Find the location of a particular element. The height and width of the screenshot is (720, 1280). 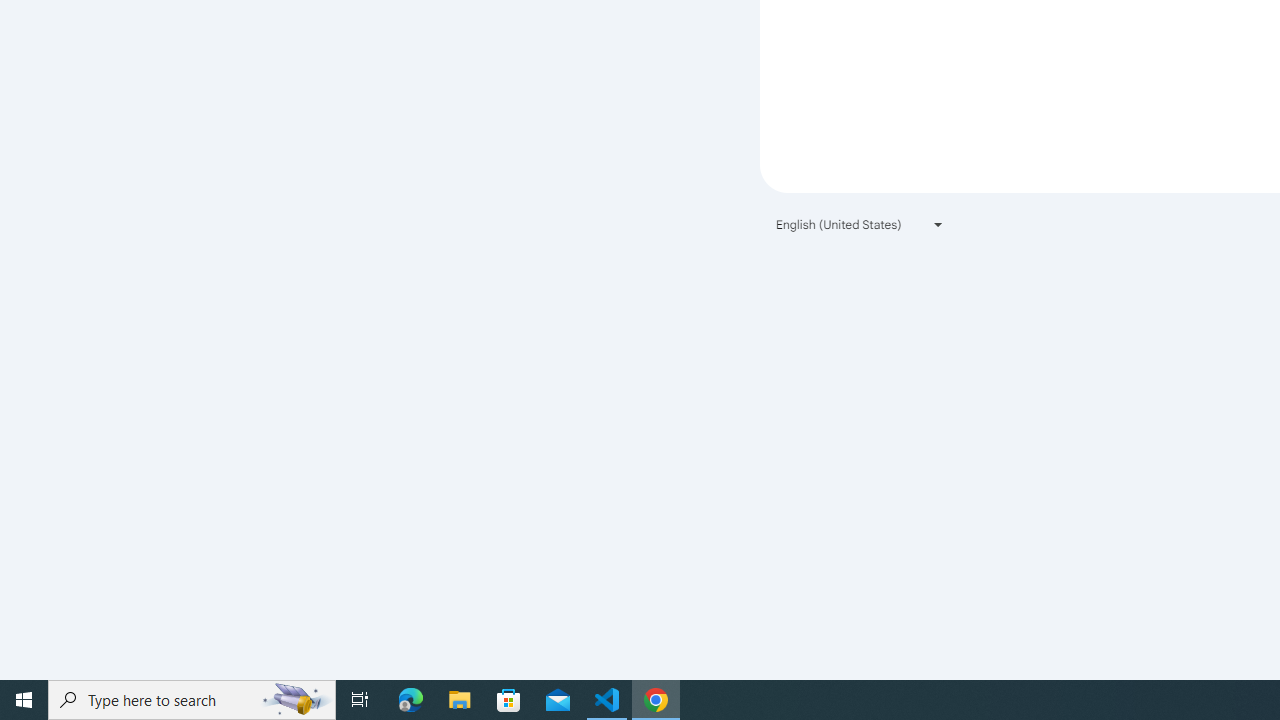

'English (United States)' is located at coordinates (860, 224).